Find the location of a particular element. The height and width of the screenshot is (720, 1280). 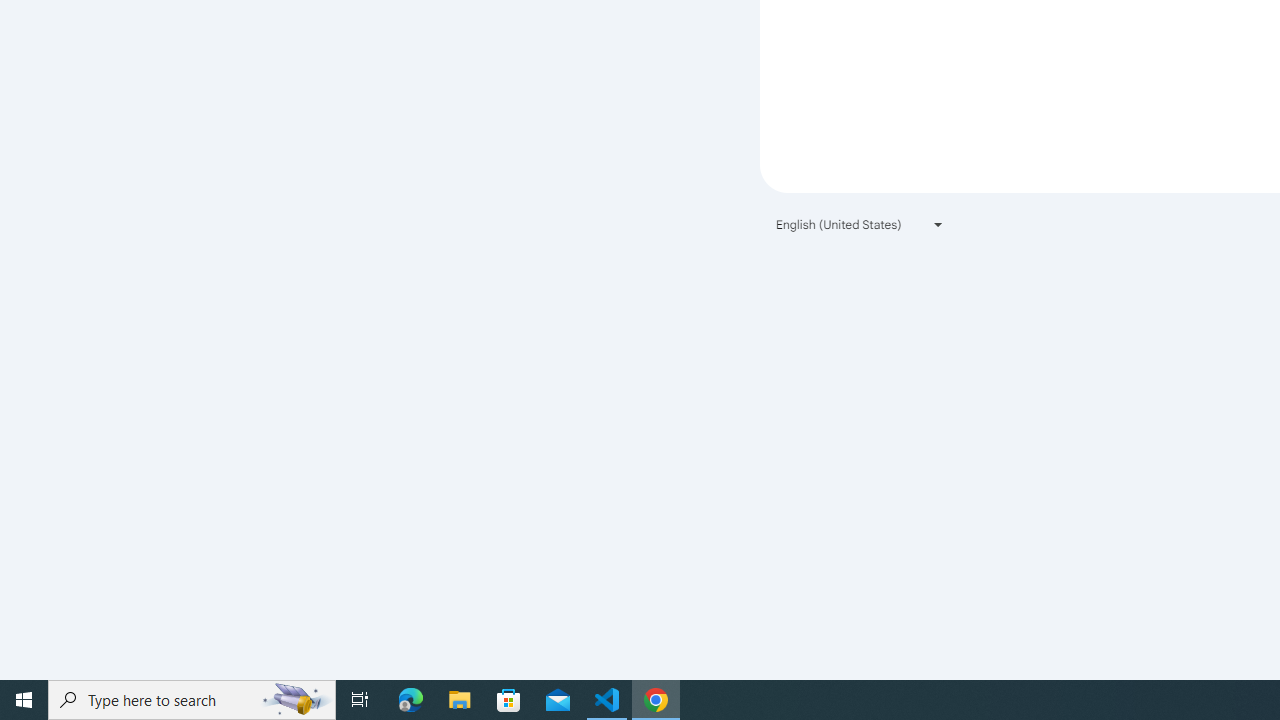

'English (United States)' is located at coordinates (860, 224).